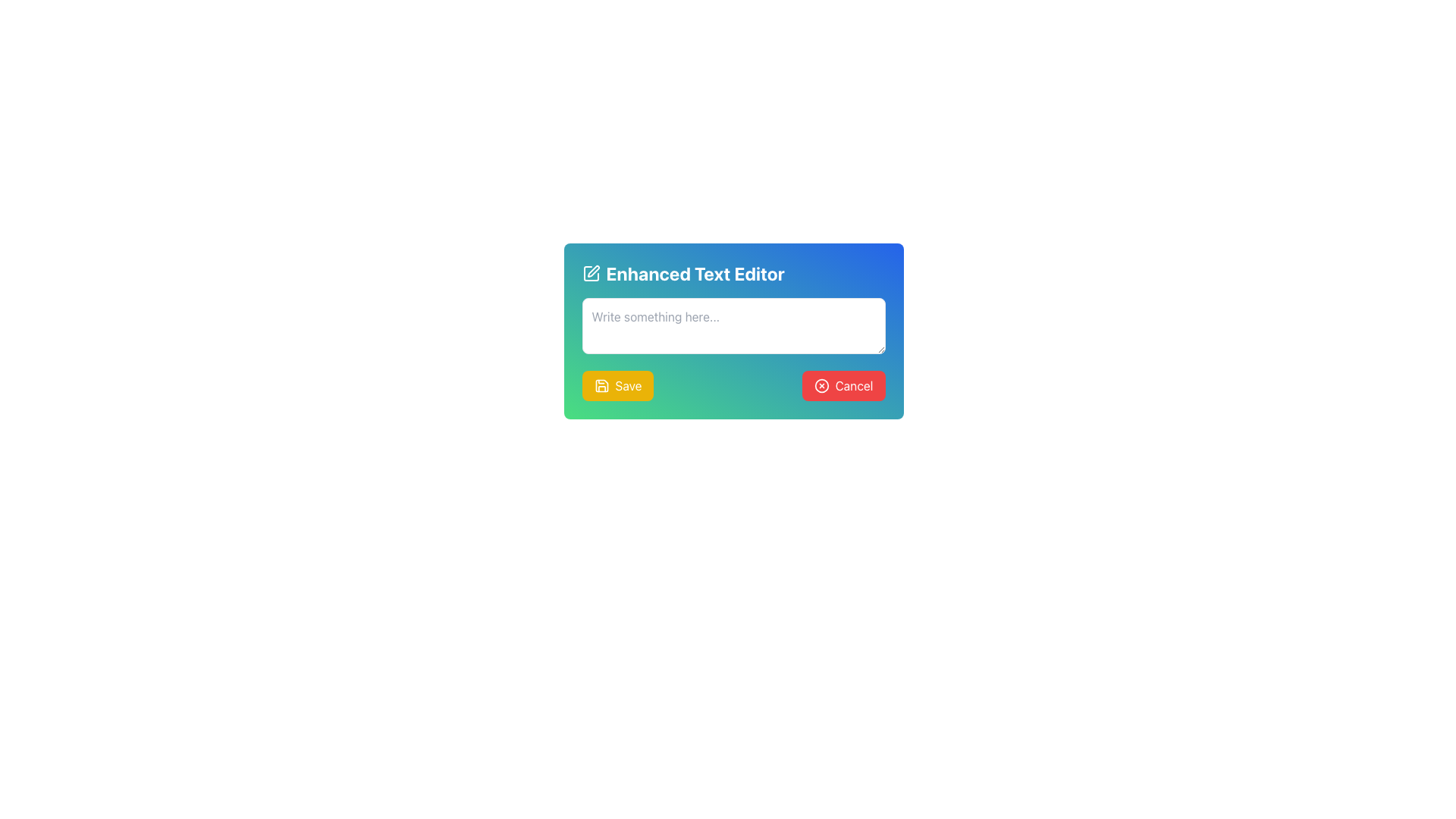 Image resolution: width=1456 pixels, height=819 pixels. What do you see at coordinates (821, 385) in the screenshot?
I see `the small circular icon with a red background and white border containing an 'X' symbol, which is located to the left of the 'Cancel' button` at bounding box center [821, 385].